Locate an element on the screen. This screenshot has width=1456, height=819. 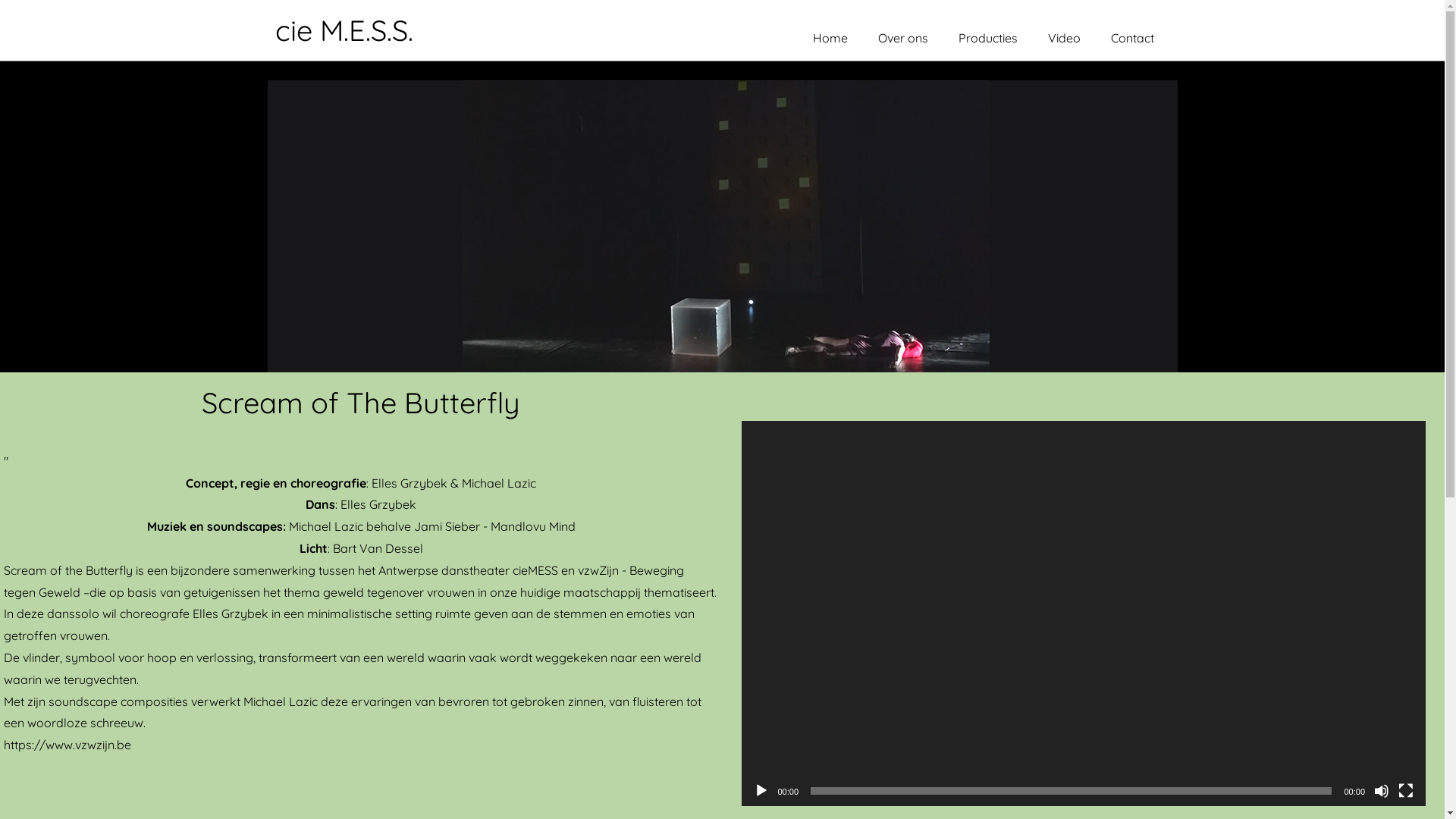
'Over ons' is located at coordinates (862, 37).